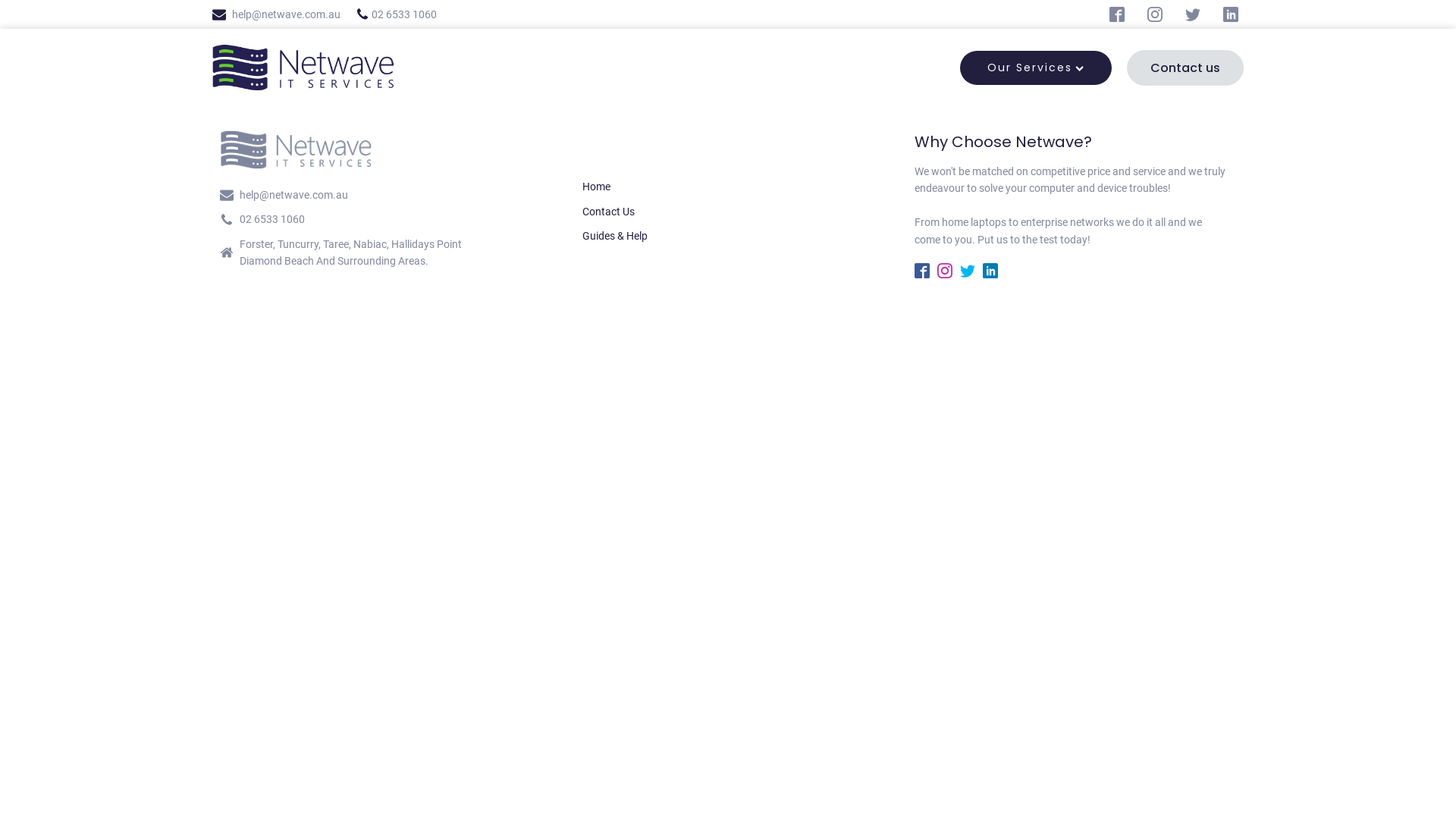 This screenshot has height=819, width=1456. What do you see at coordinates (355, 14) in the screenshot?
I see `'02 6533 1060'` at bounding box center [355, 14].